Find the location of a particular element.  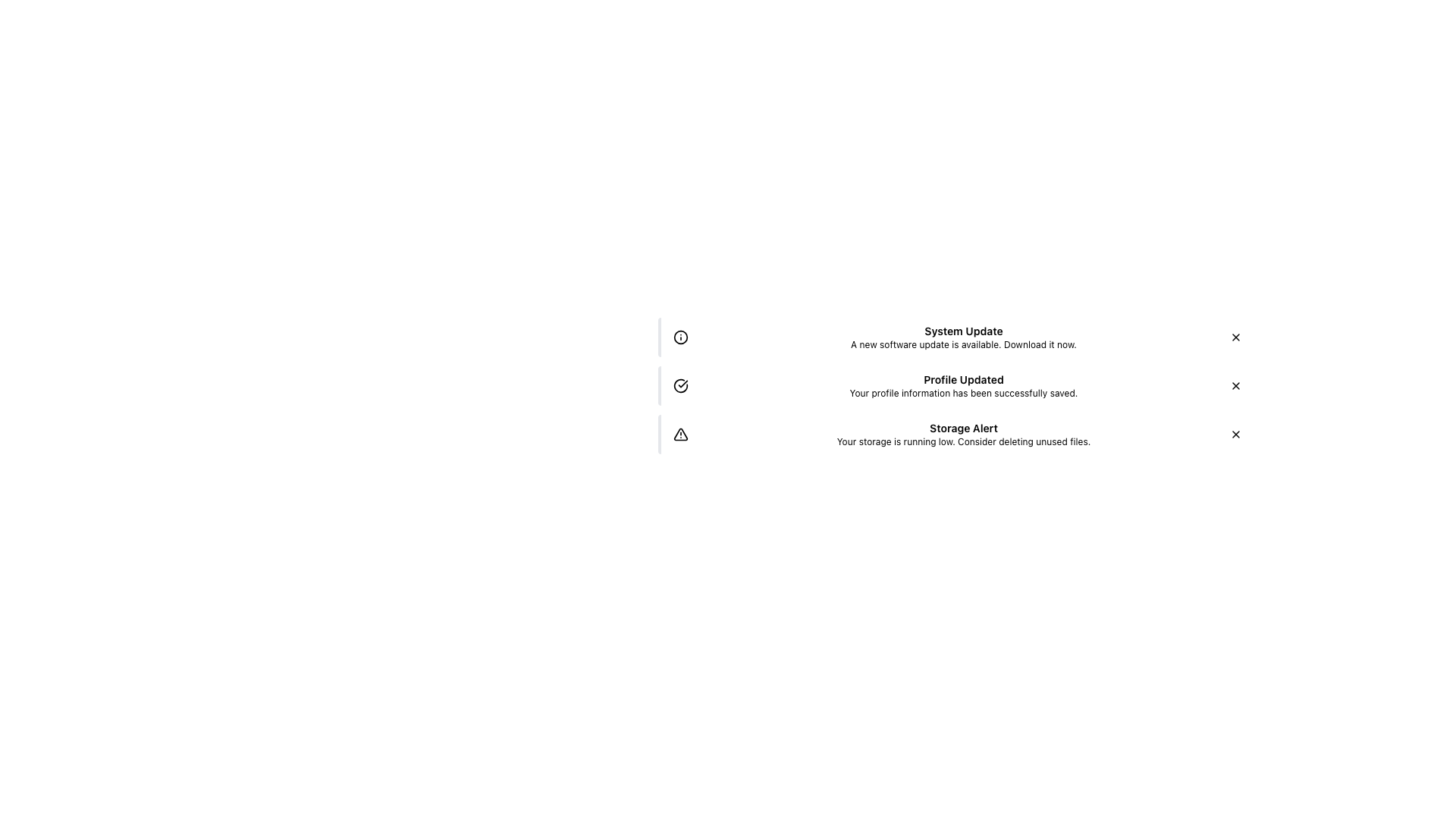

the close icon located at the right side of the 'Profile Updated' notification is located at coordinates (1236, 385).